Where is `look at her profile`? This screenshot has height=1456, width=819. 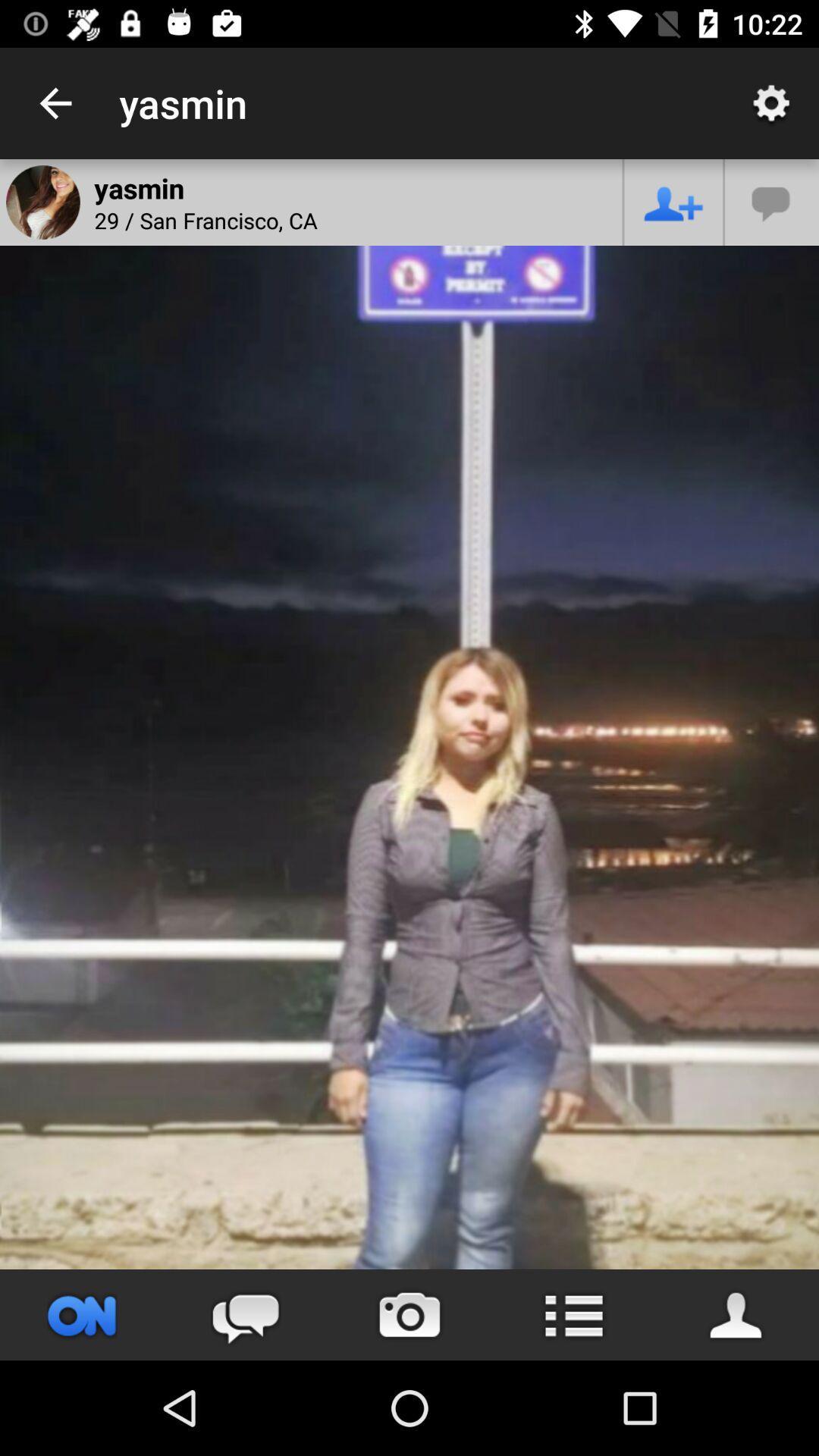 look at her profile is located at coordinates (736, 1314).